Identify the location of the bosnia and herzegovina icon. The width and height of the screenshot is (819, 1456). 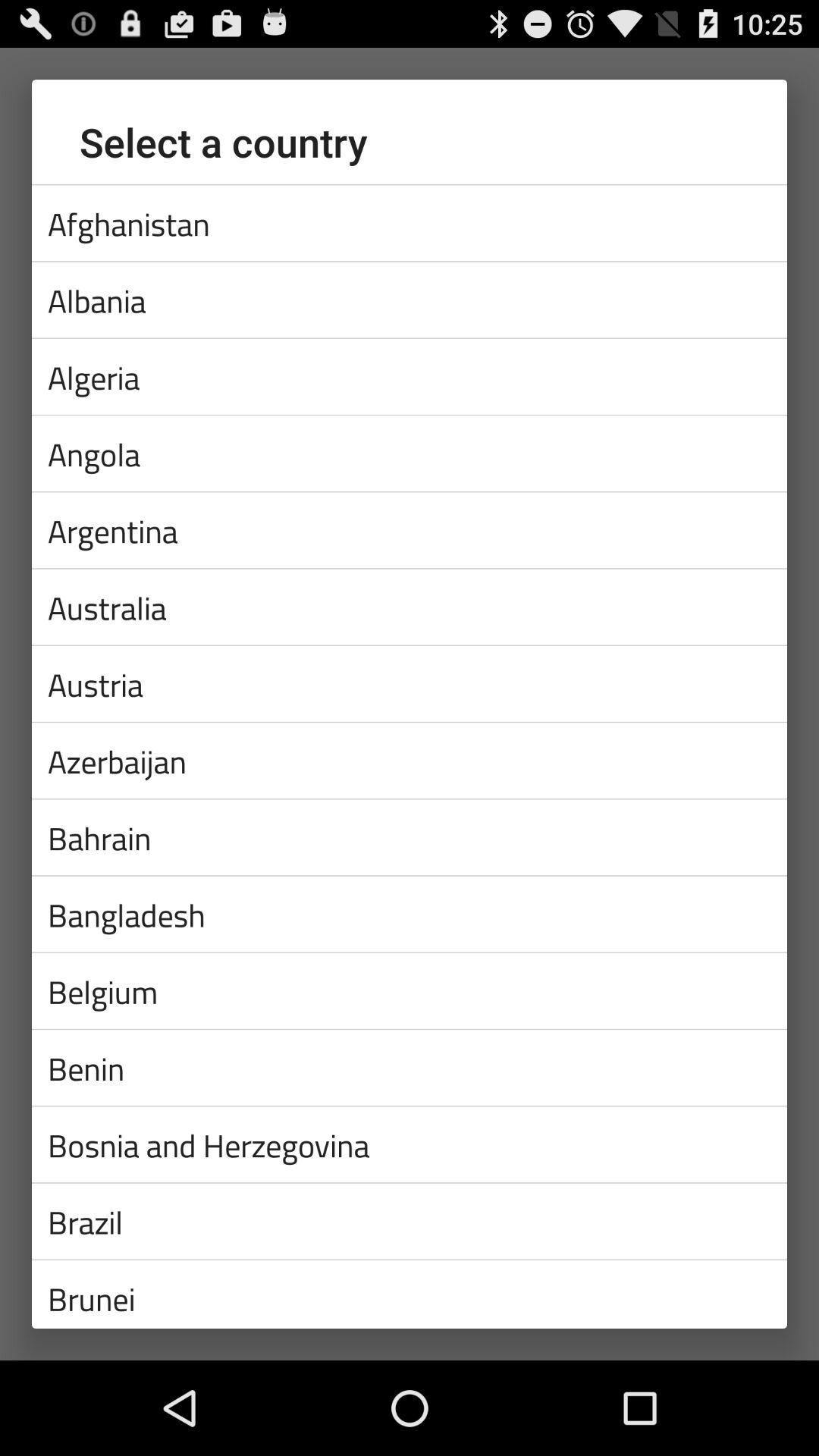
(409, 1144).